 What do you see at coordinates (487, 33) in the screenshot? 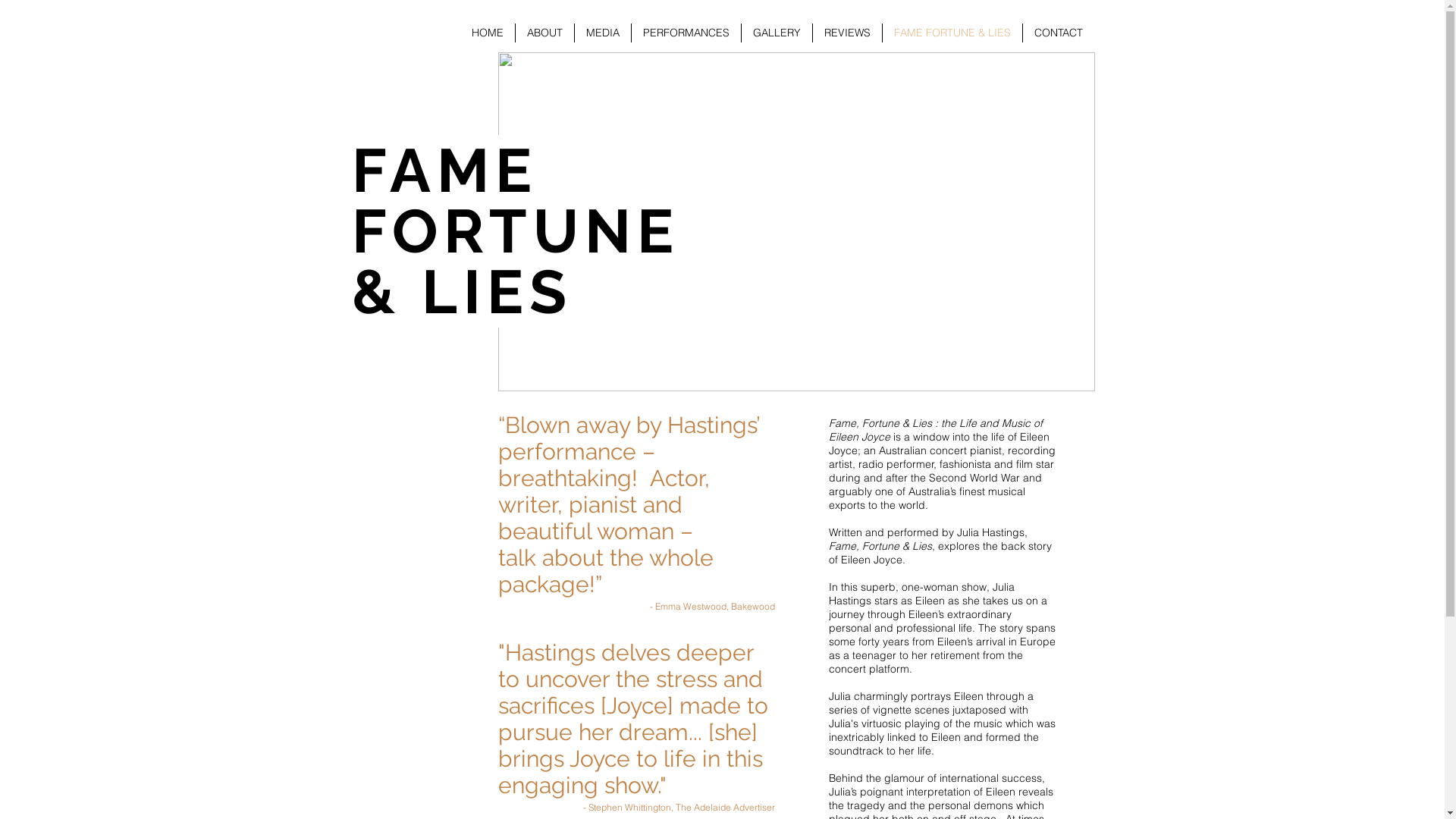
I see `'HOME'` at bounding box center [487, 33].